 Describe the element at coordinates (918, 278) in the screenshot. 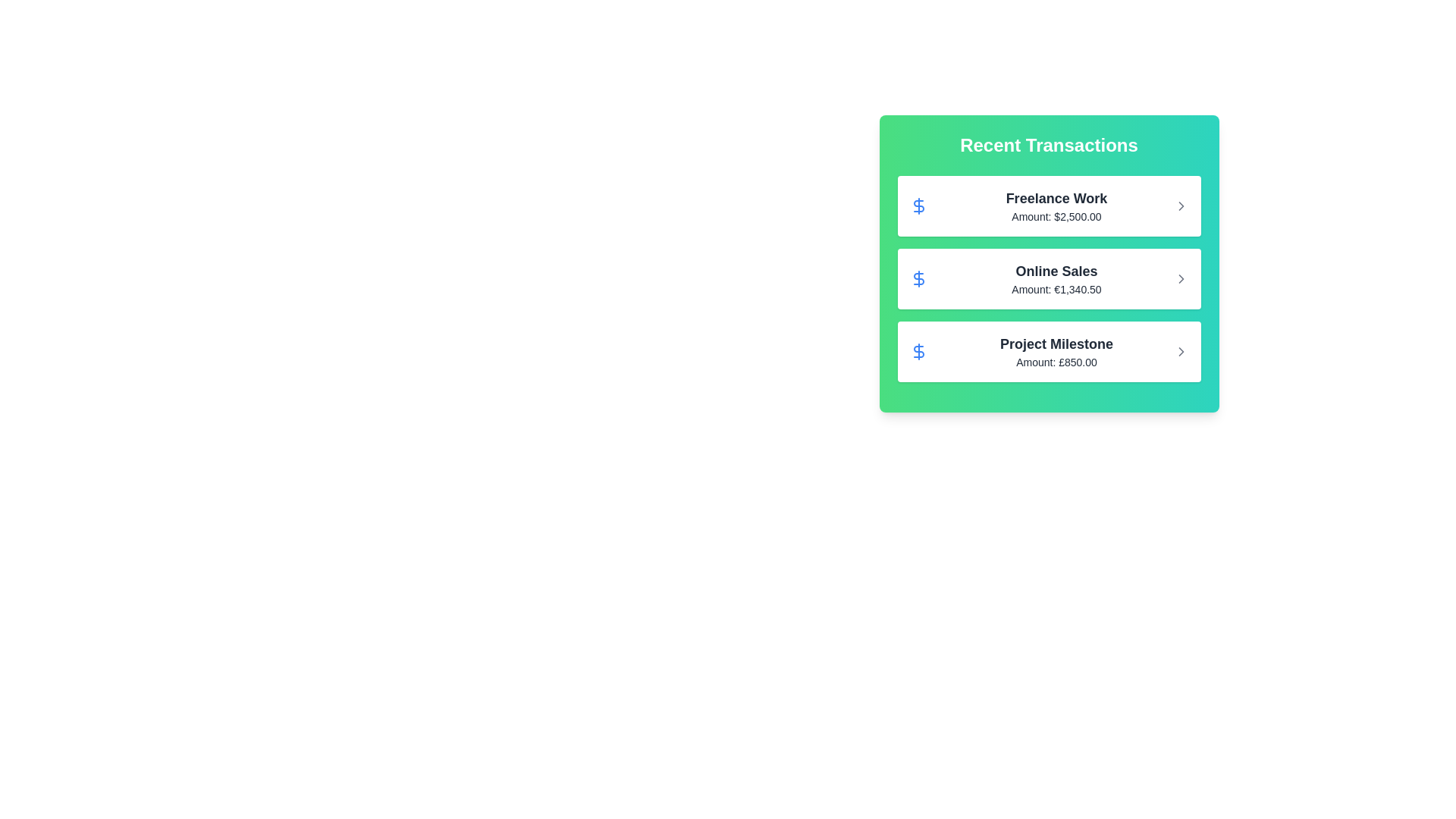

I see `the financial transaction icon located in the second row associated with 'Online Sales Amount: €1,340.50'` at that location.